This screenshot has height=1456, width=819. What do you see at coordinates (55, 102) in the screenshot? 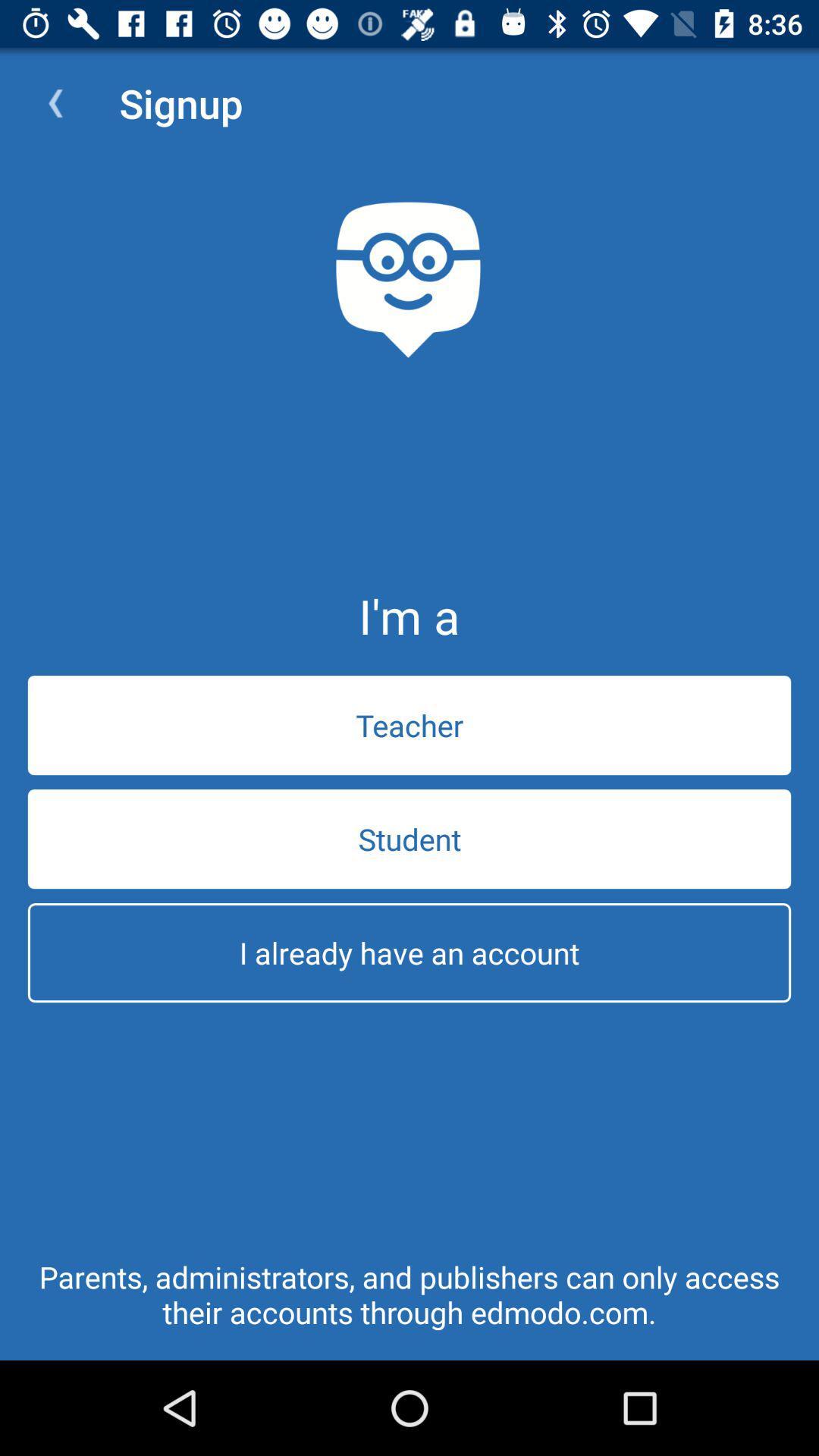
I see `app next to signup icon` at bounding box center [55, 102].